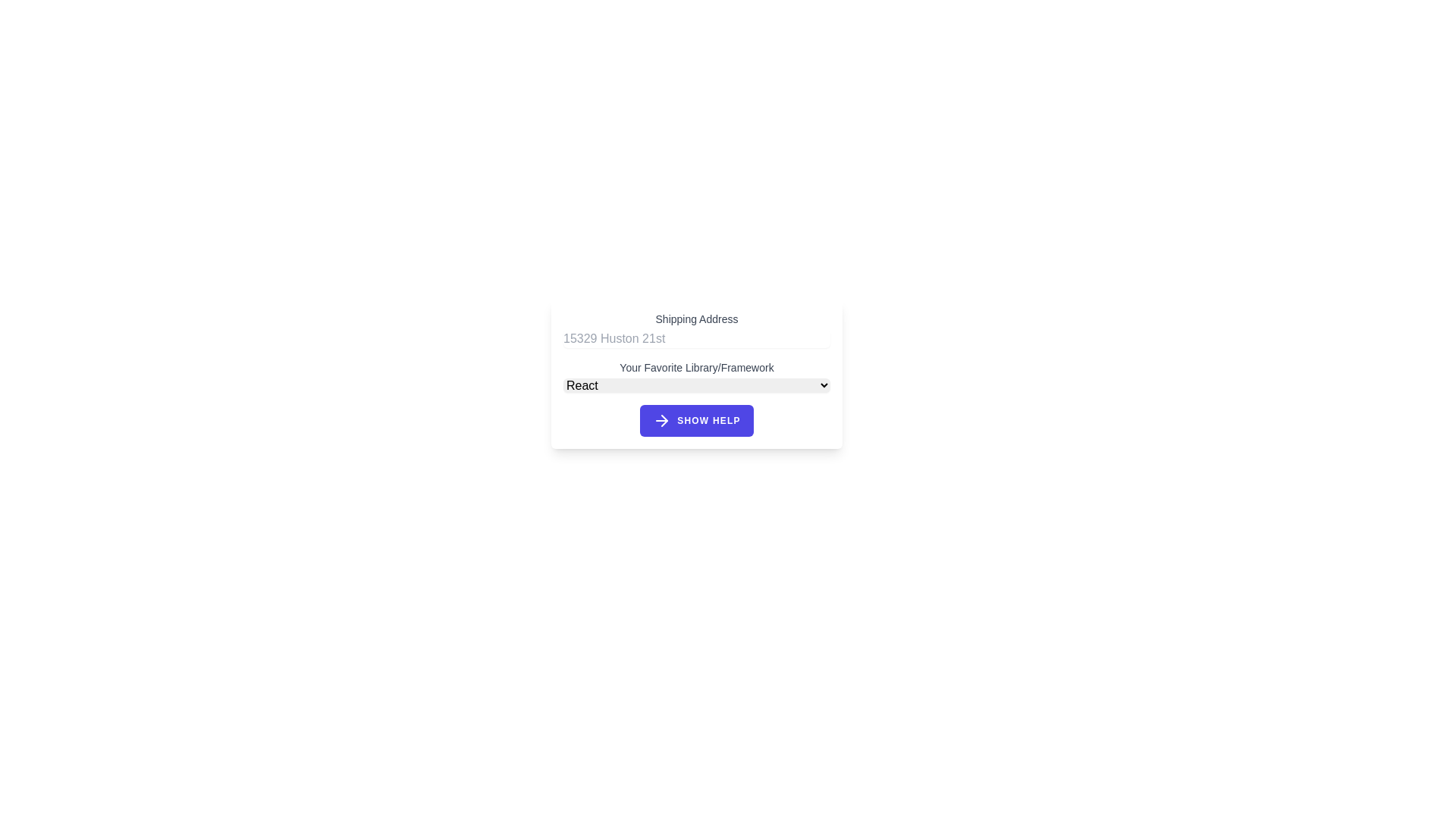 The image size is (1456, 819). Describe the element at coordinates (662, 421) in the screenshot. I see `the right-pointing arrow icon located to the left of the 'Show Help' text within the purple rectangular button` at that location.